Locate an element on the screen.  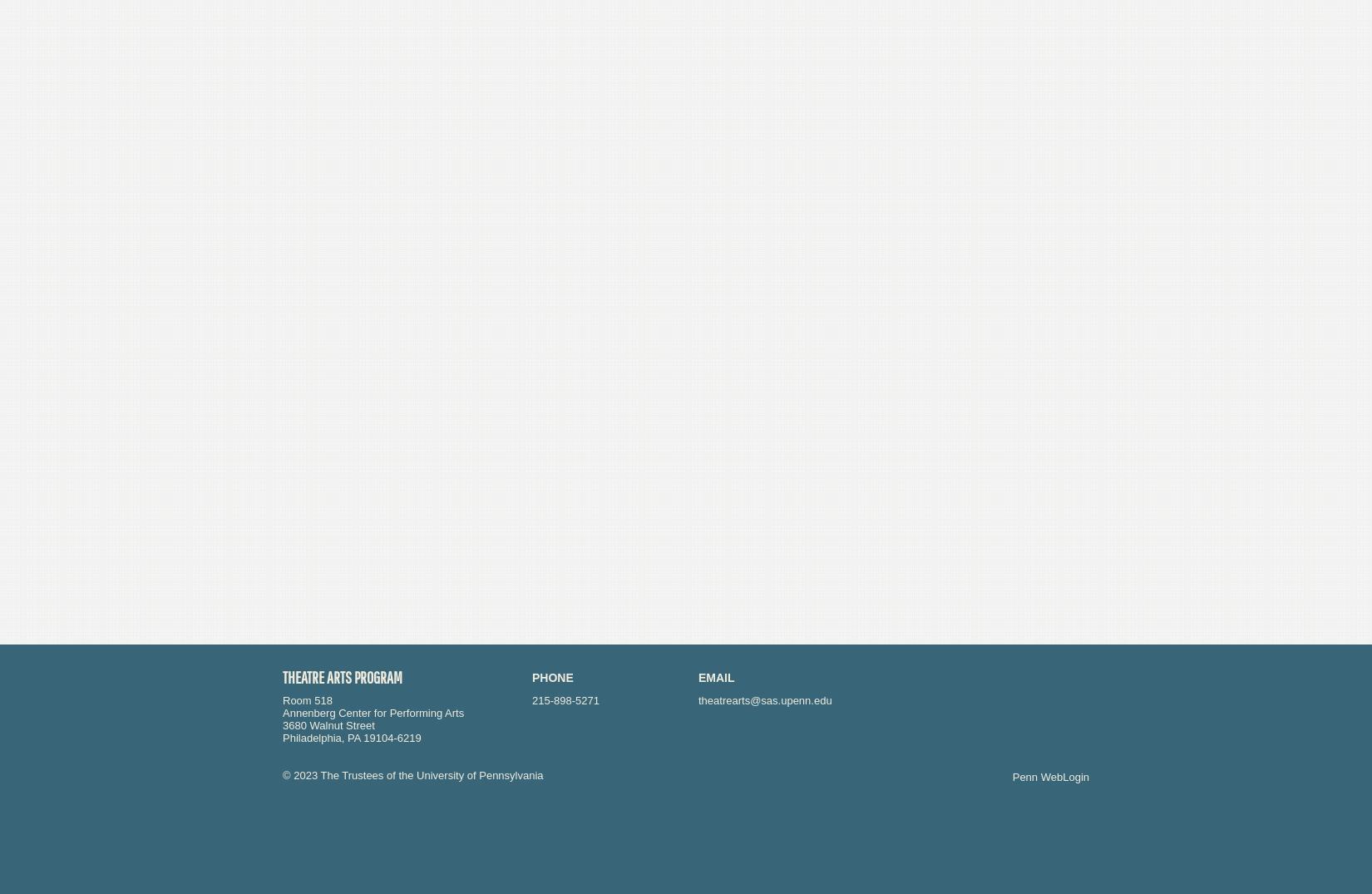
'Annenberg Center for Performing Arts' is located at coordinates (283, 713).